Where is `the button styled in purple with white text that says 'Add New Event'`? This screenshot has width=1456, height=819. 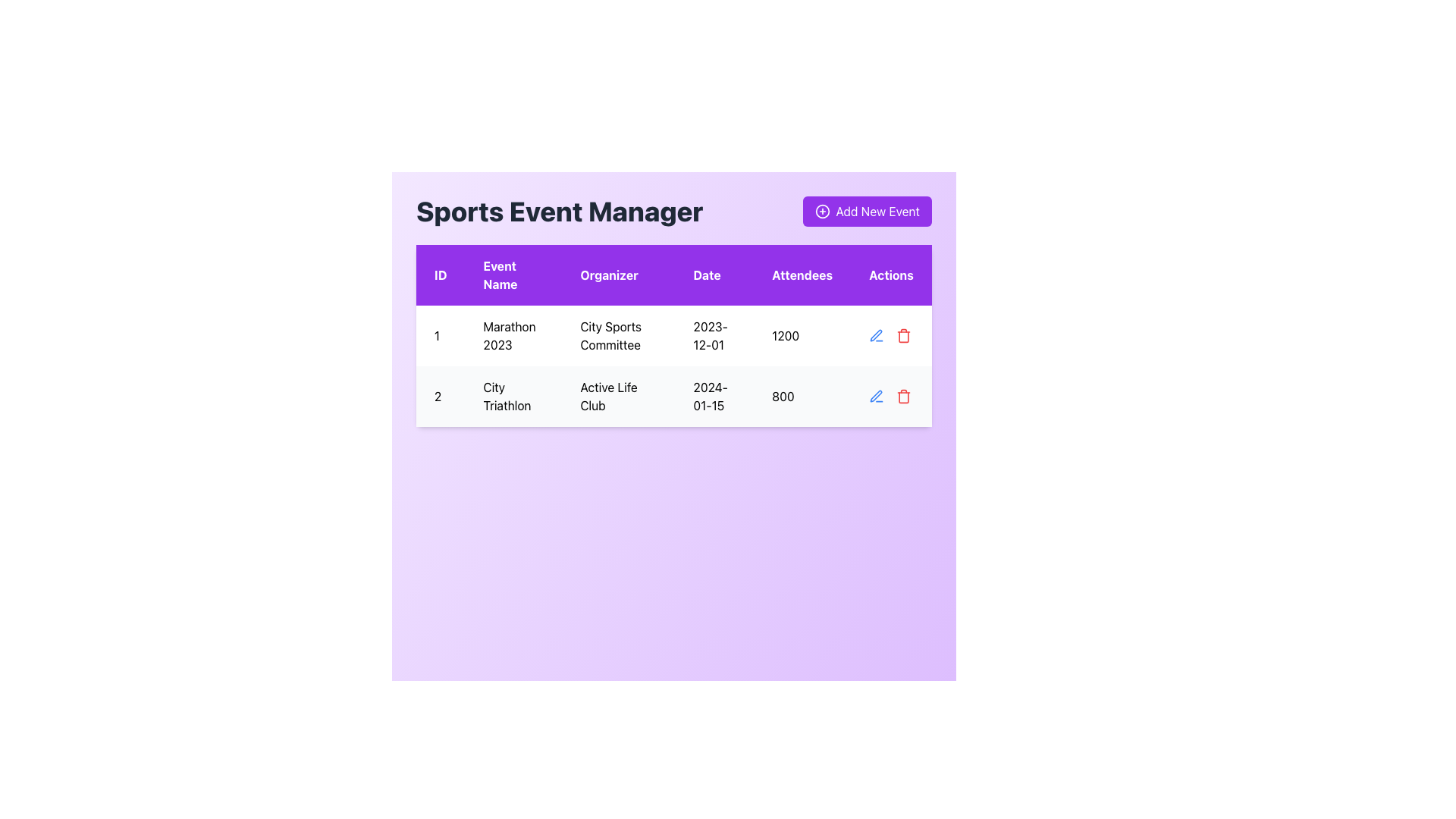 the button styled in purple with white text that says 'Add New Event' is located at coordinates (867, 211).